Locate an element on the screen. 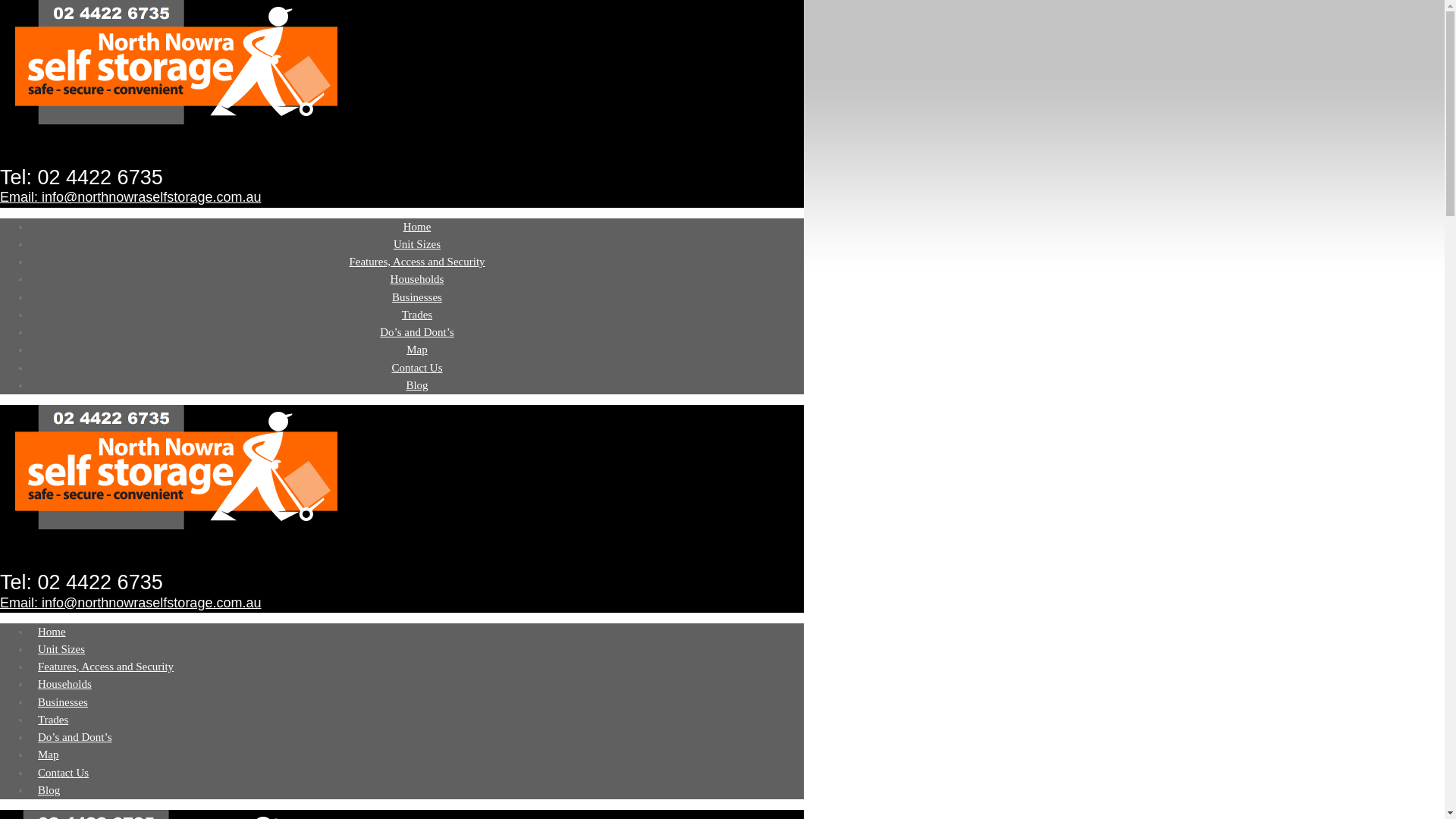 The image size is (1456, 819). 'Businesses' is located at coordinates (61, 701).